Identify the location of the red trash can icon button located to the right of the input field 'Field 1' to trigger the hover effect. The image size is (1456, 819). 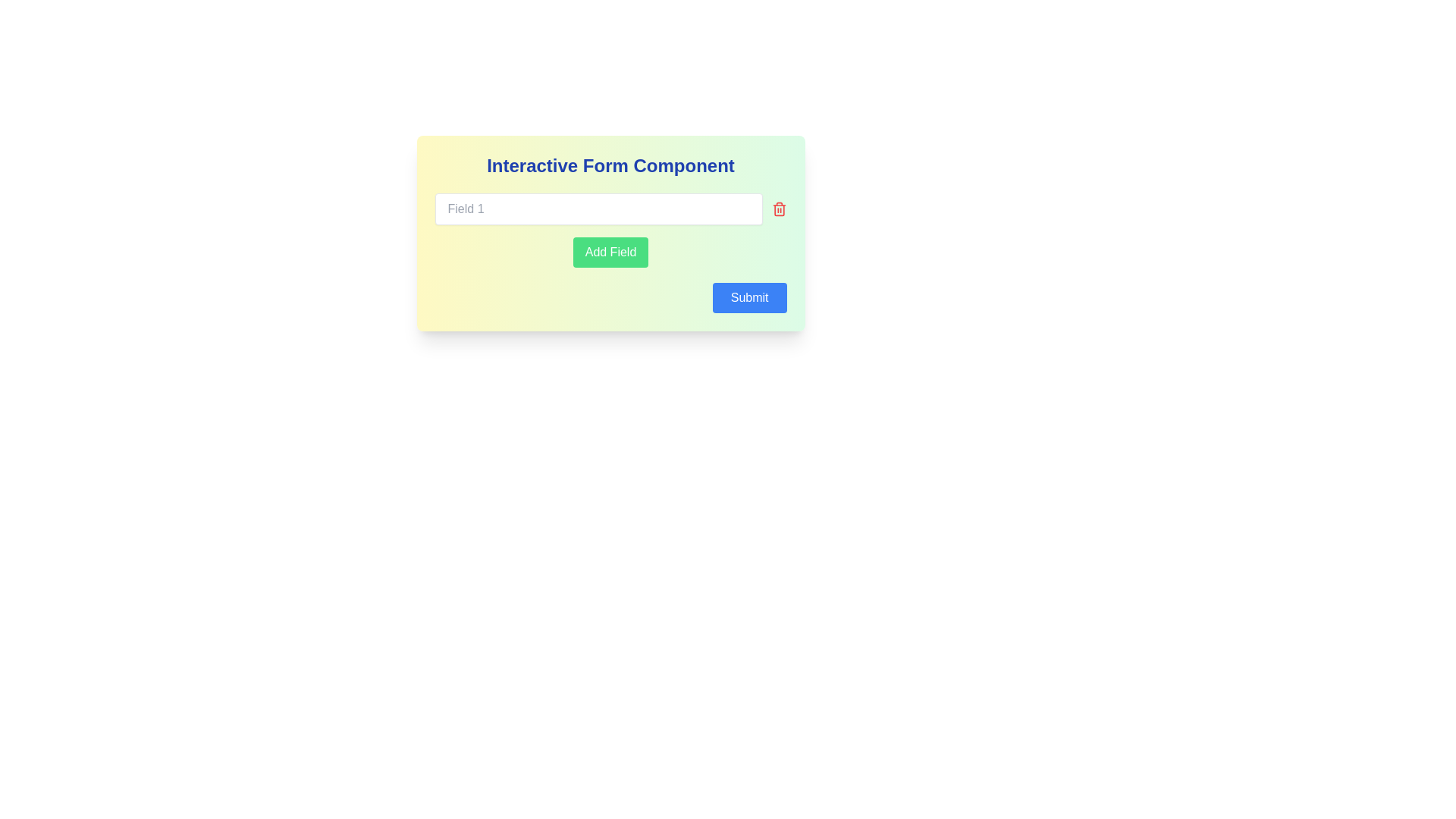
(779, 209).